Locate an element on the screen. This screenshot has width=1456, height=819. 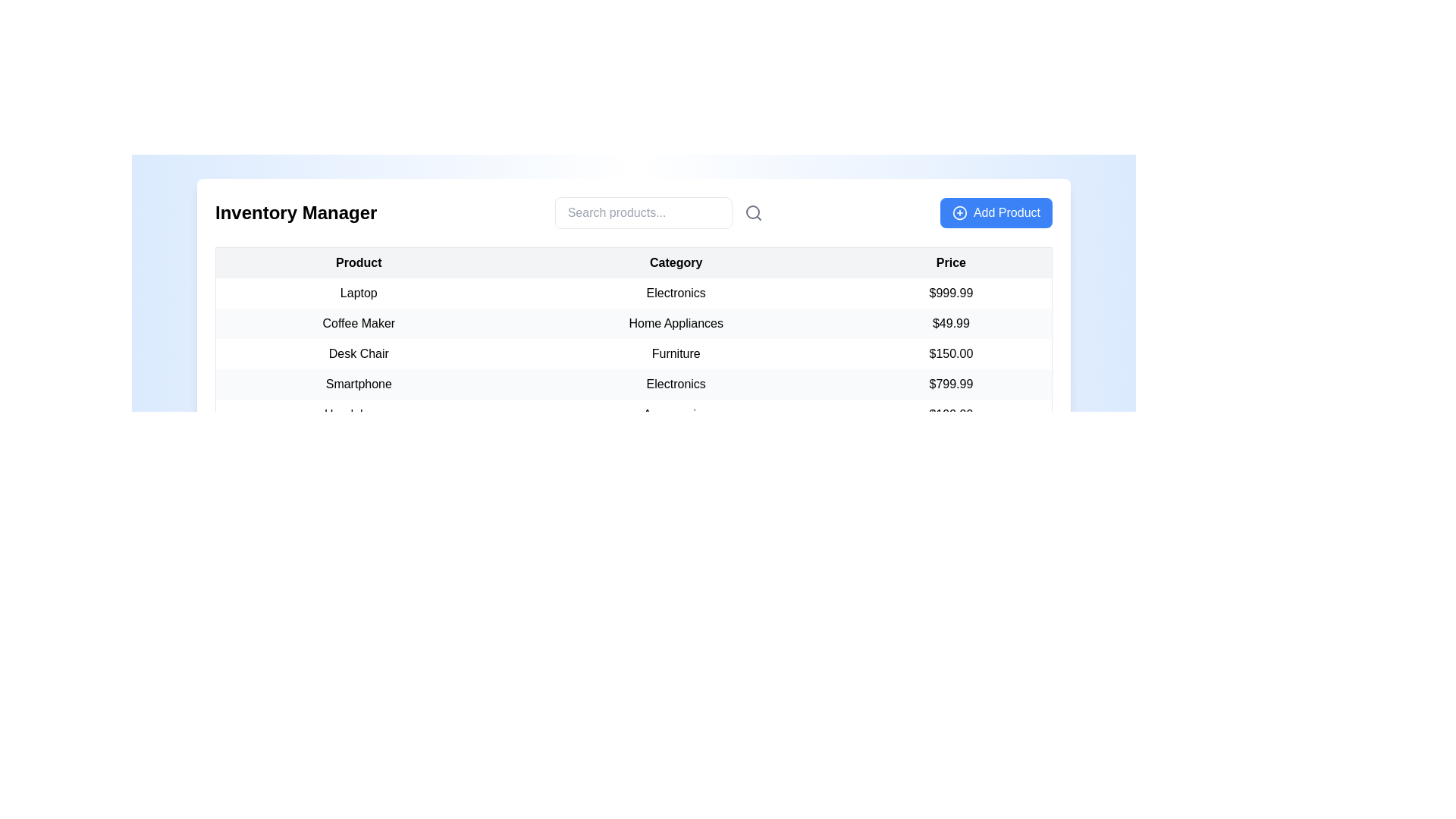
the text label displaying the price '$49.99' in the 'Price' column of the table is located at coordinates (950, 323).